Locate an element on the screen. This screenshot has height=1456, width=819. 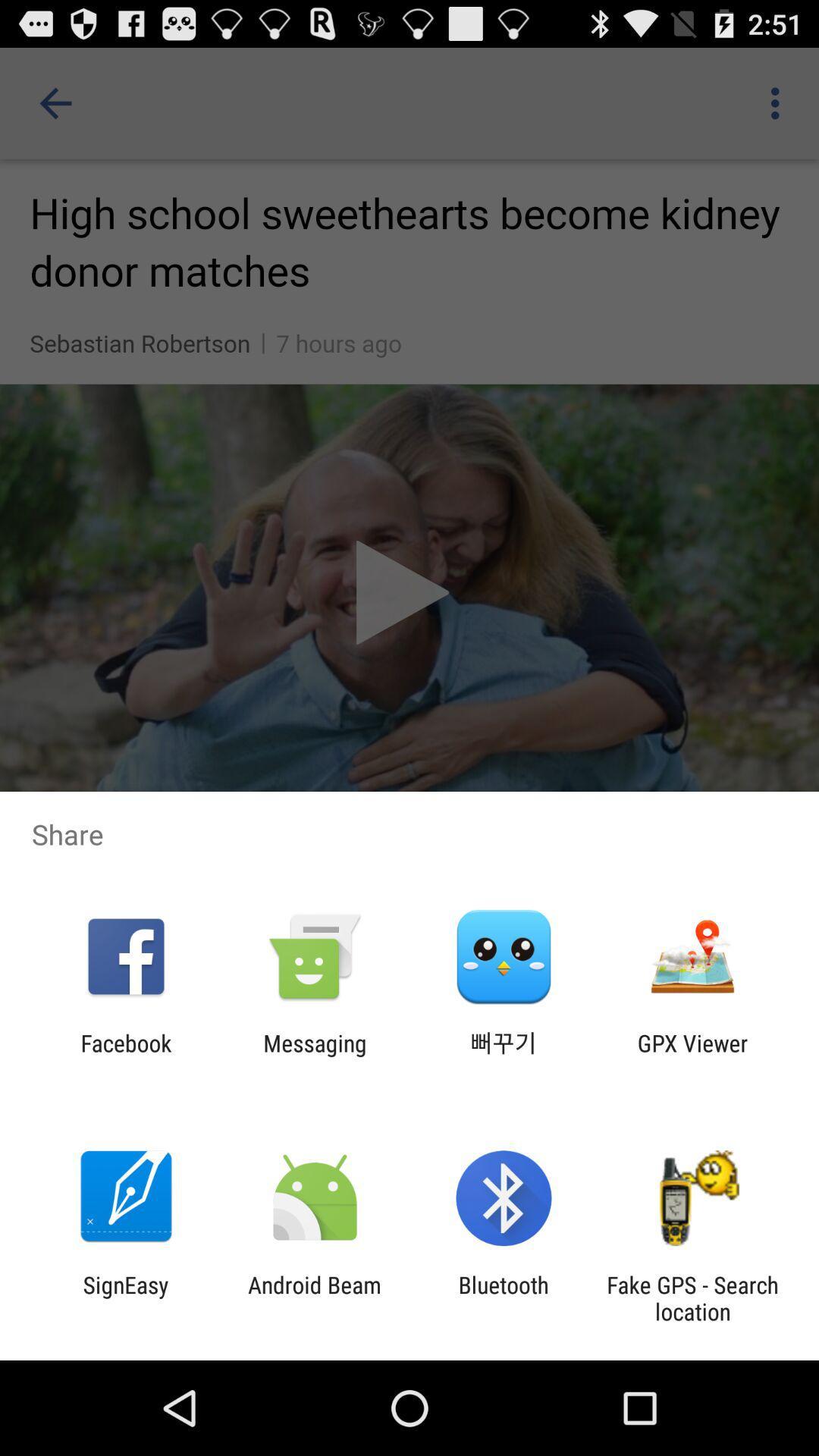
the item to the right of the signeasy app is located at coordinates (314, 1298).